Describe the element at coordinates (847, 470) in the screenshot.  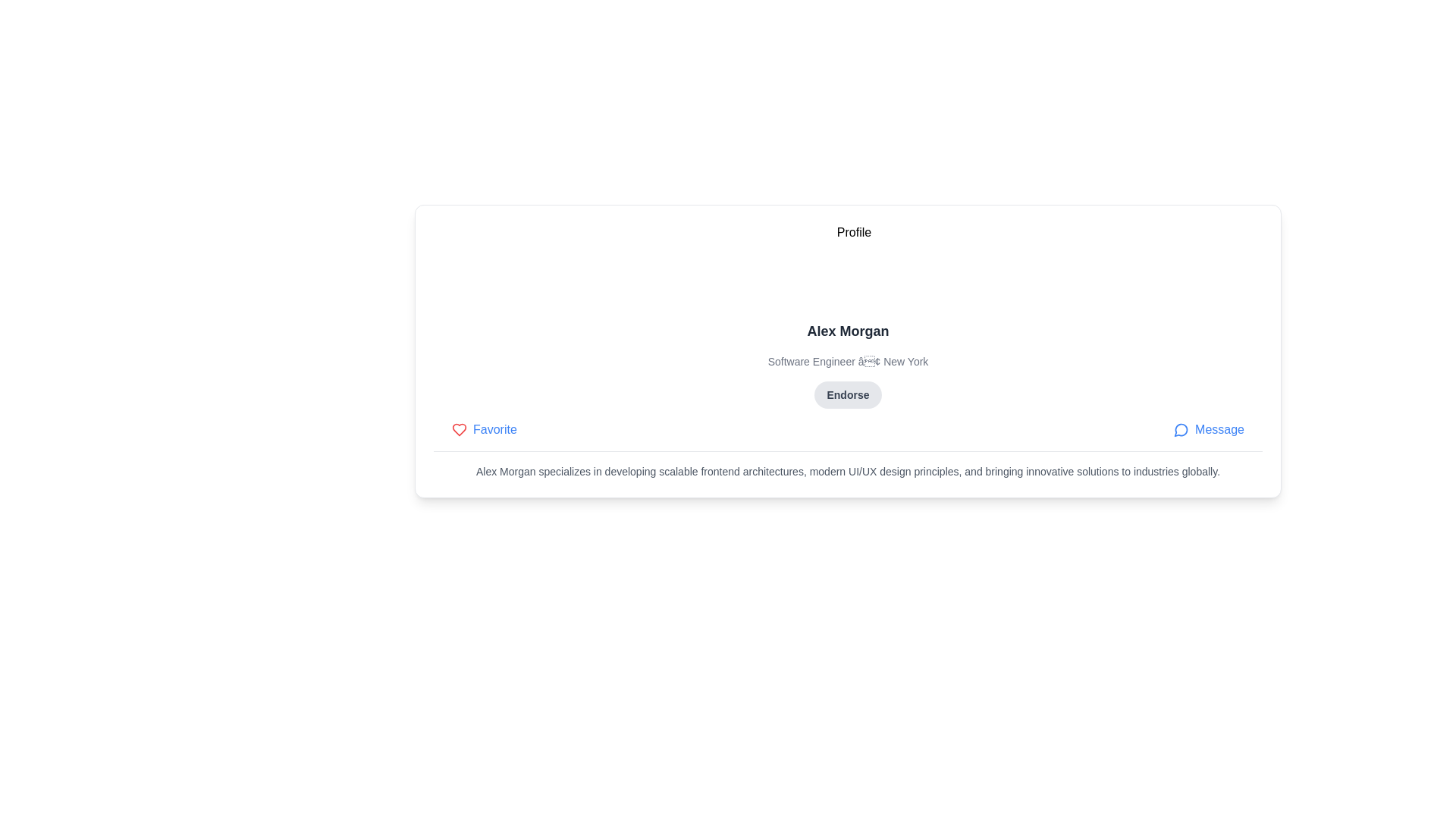
I see `text label providing additional details about Alex Morgan's professional expertise and skills, located at the bottom of the profile card` at that location.